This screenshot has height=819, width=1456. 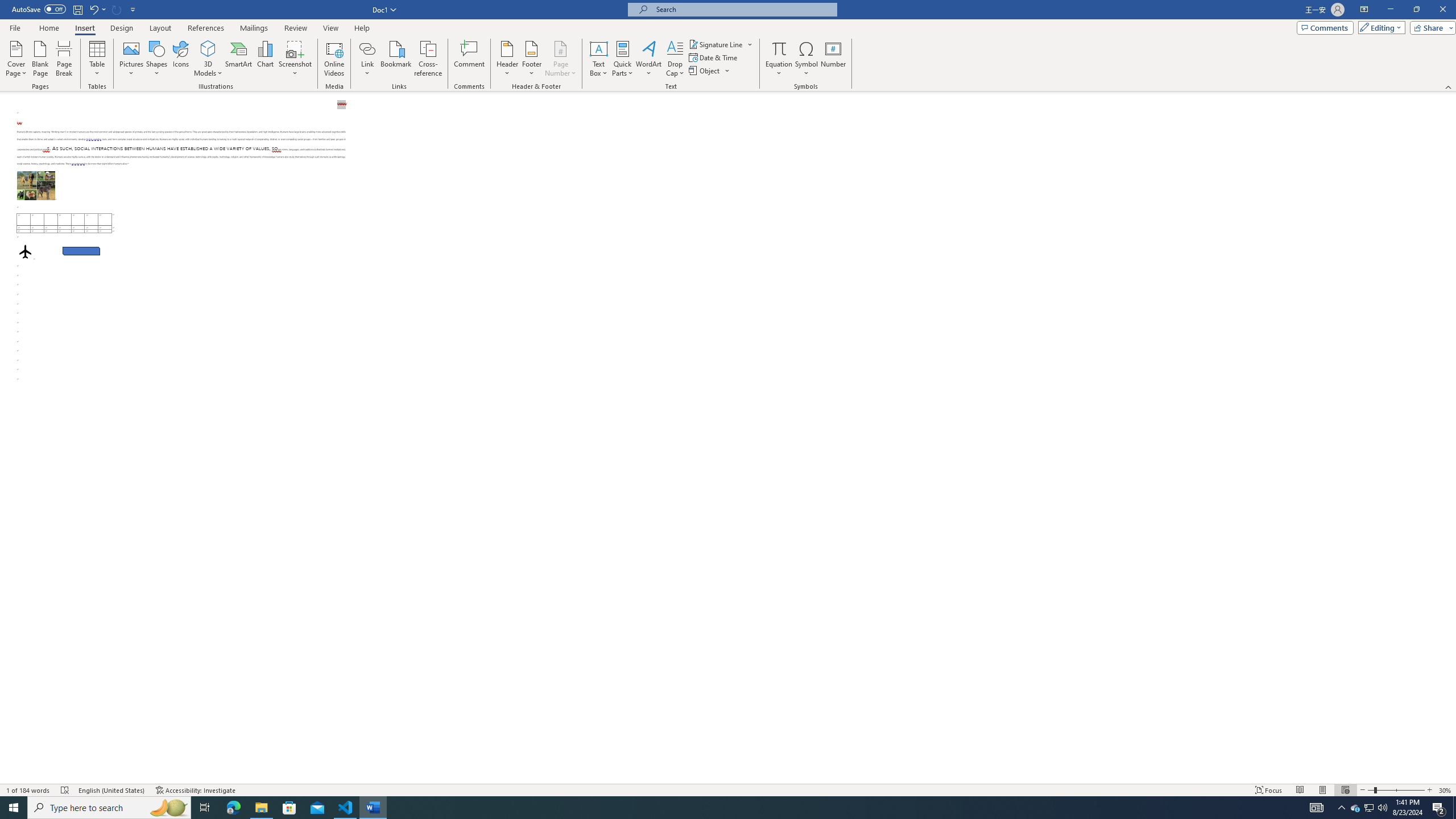 I want to click on 'Zoom Out', so click(x=1370, y=790).